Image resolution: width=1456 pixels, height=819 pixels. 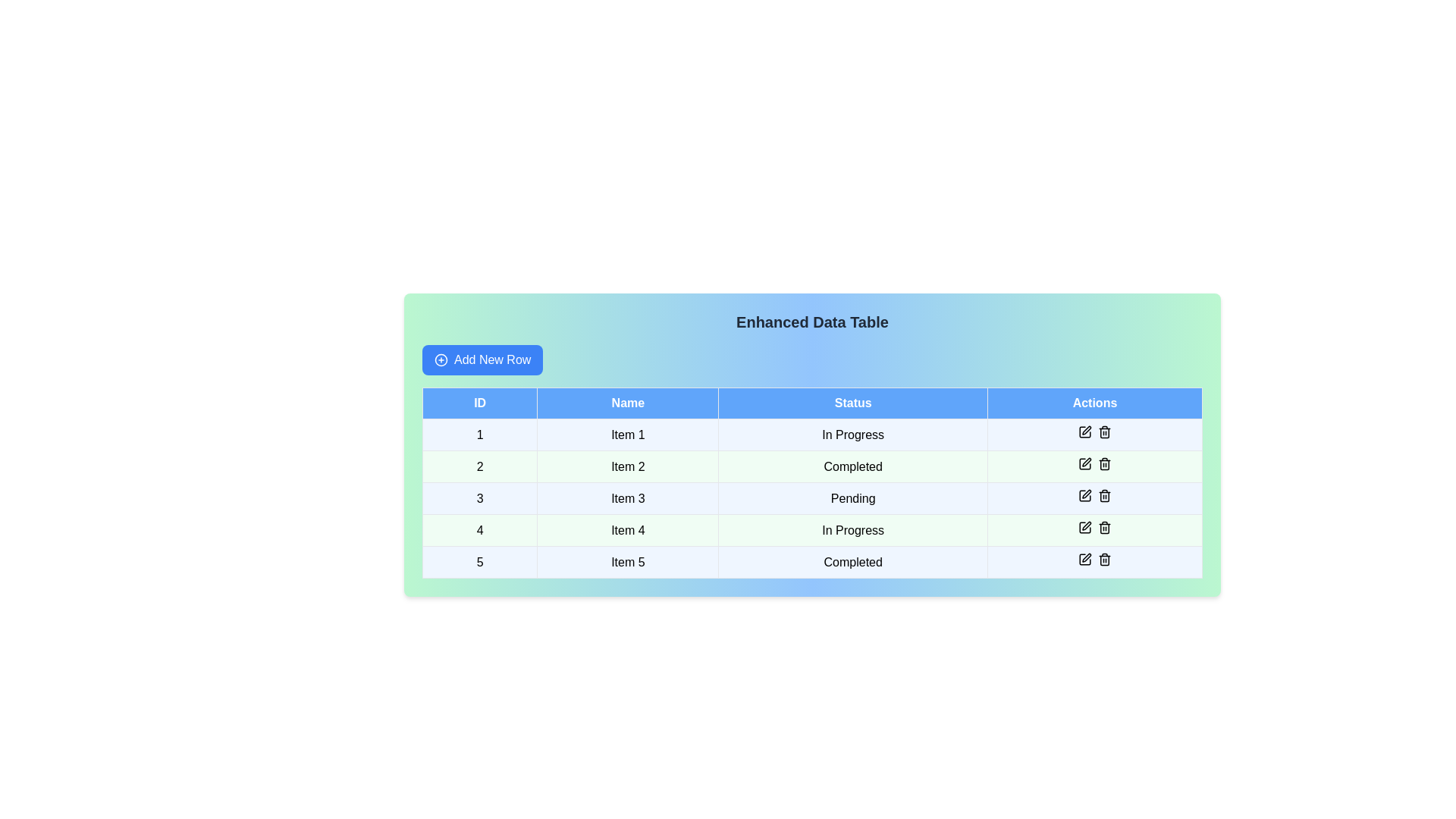 What do you see at coordinates (1104, 560) in the screenshot?
I see `the delete action icon, which is the second icon in the 'Actions' column of the fifth row of the table` at bounding box center [1104, 560].